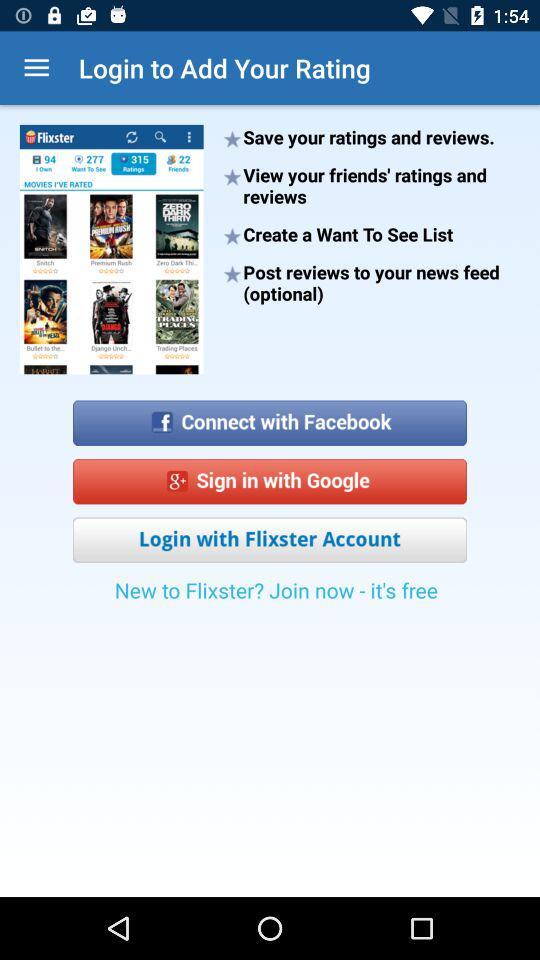  I want to click on the new to flixster icon, so click(275, 596).